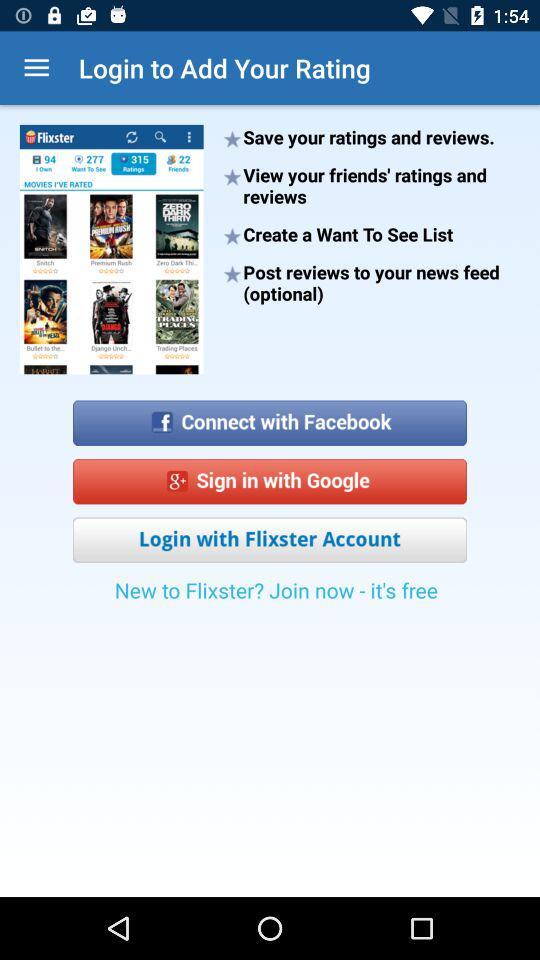  I want to click on the new to flixster icon, so click(275, 596).